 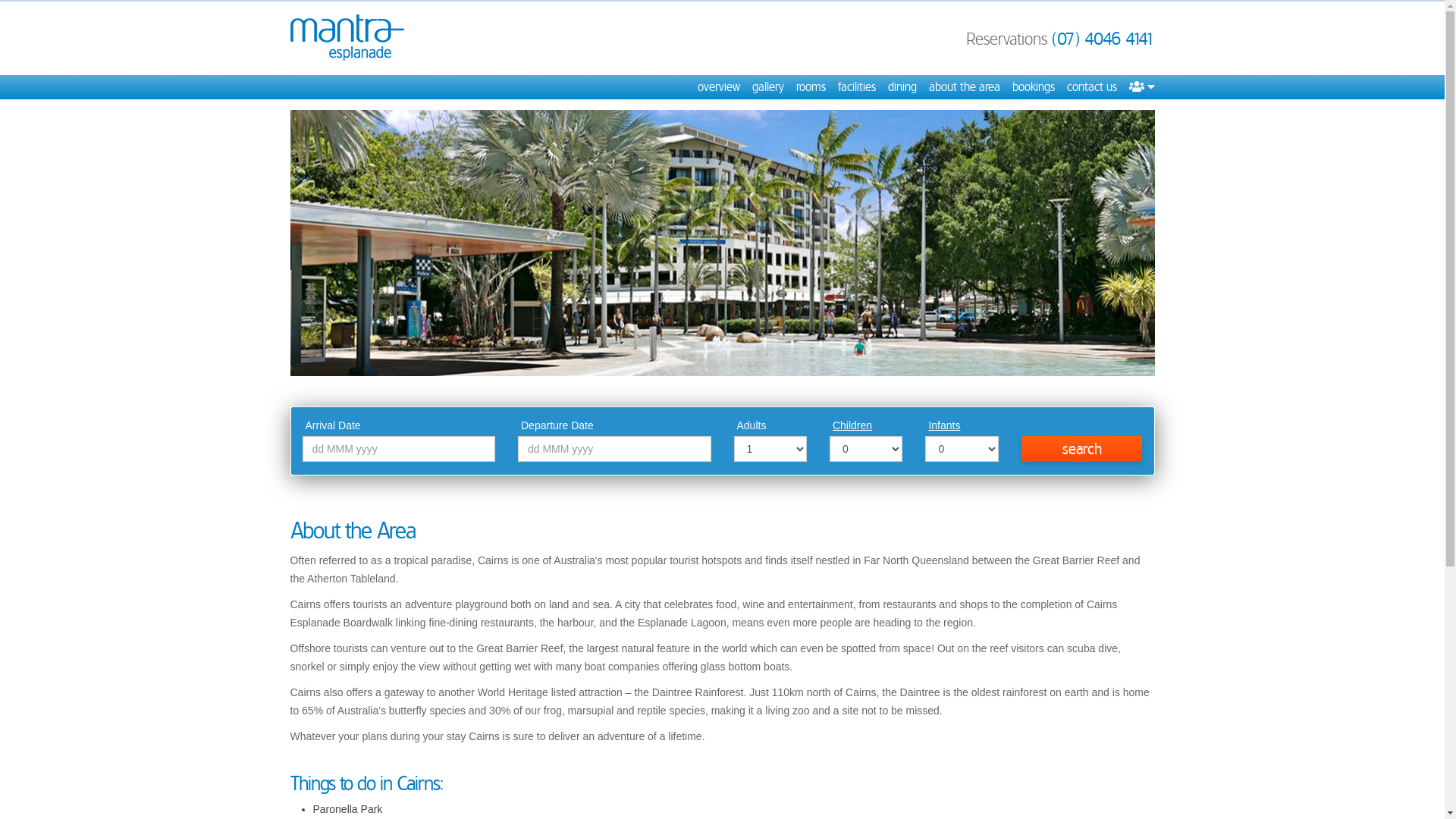 I want to click on 'facilities', so click(x=855, y=87).